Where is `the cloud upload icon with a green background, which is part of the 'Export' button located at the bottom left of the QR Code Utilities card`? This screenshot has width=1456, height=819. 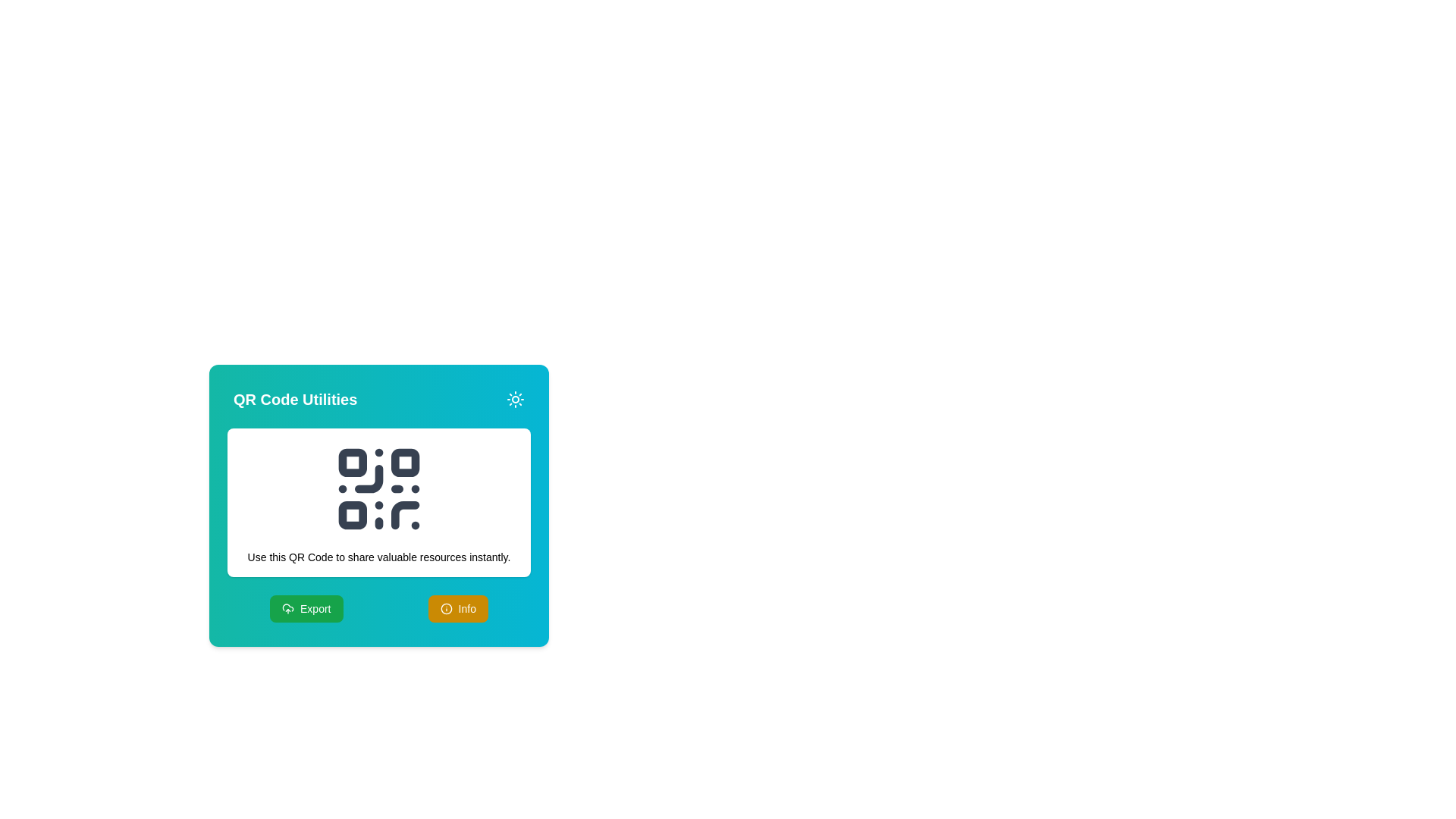
the cloud upload icon with a green background, which is part of the 'Export' button located at the bottom left of the QR Code Utilities card is located at coordinates (287, 607).